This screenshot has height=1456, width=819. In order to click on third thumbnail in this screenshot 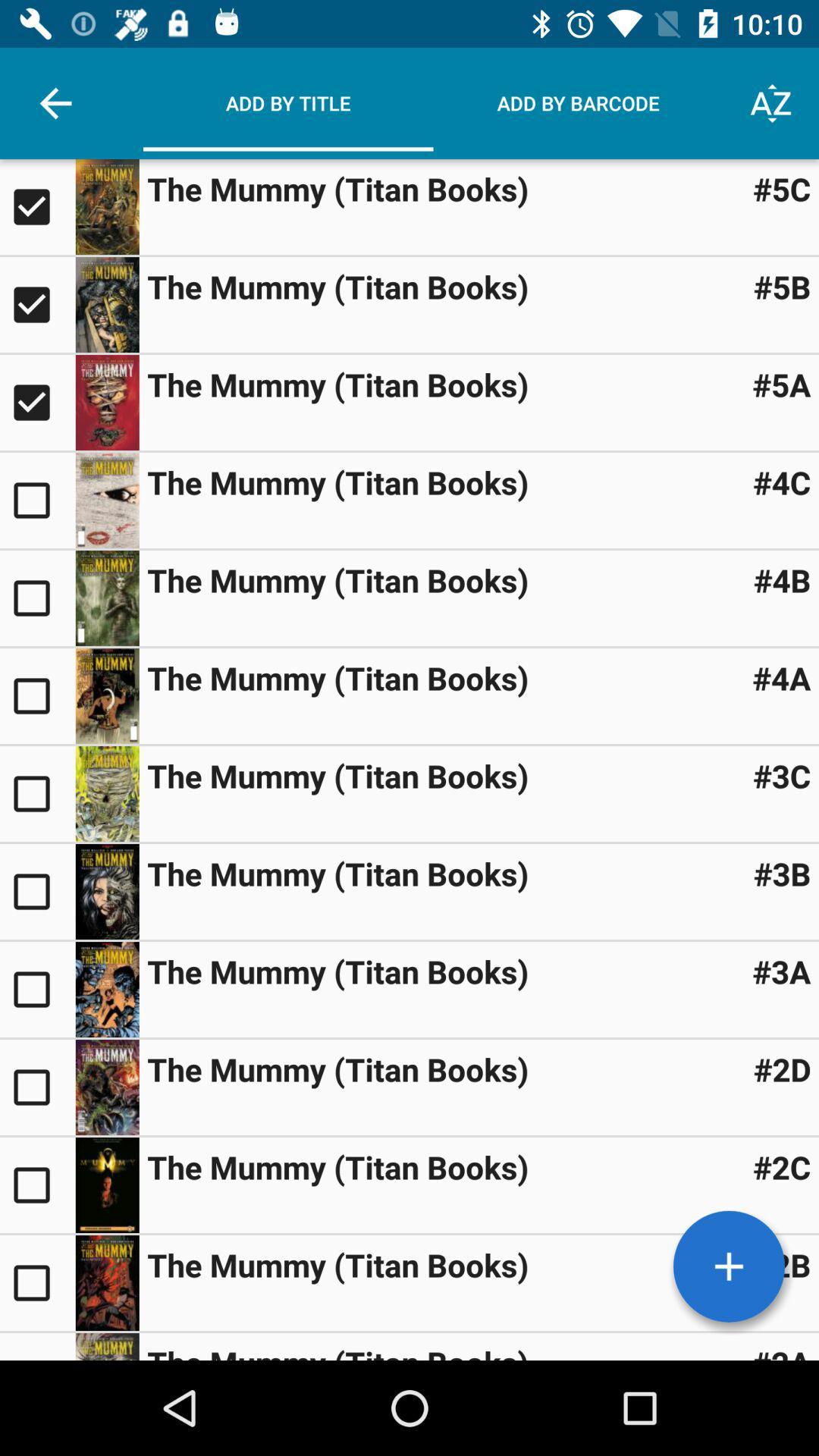, I will do `click(36, 403)`.